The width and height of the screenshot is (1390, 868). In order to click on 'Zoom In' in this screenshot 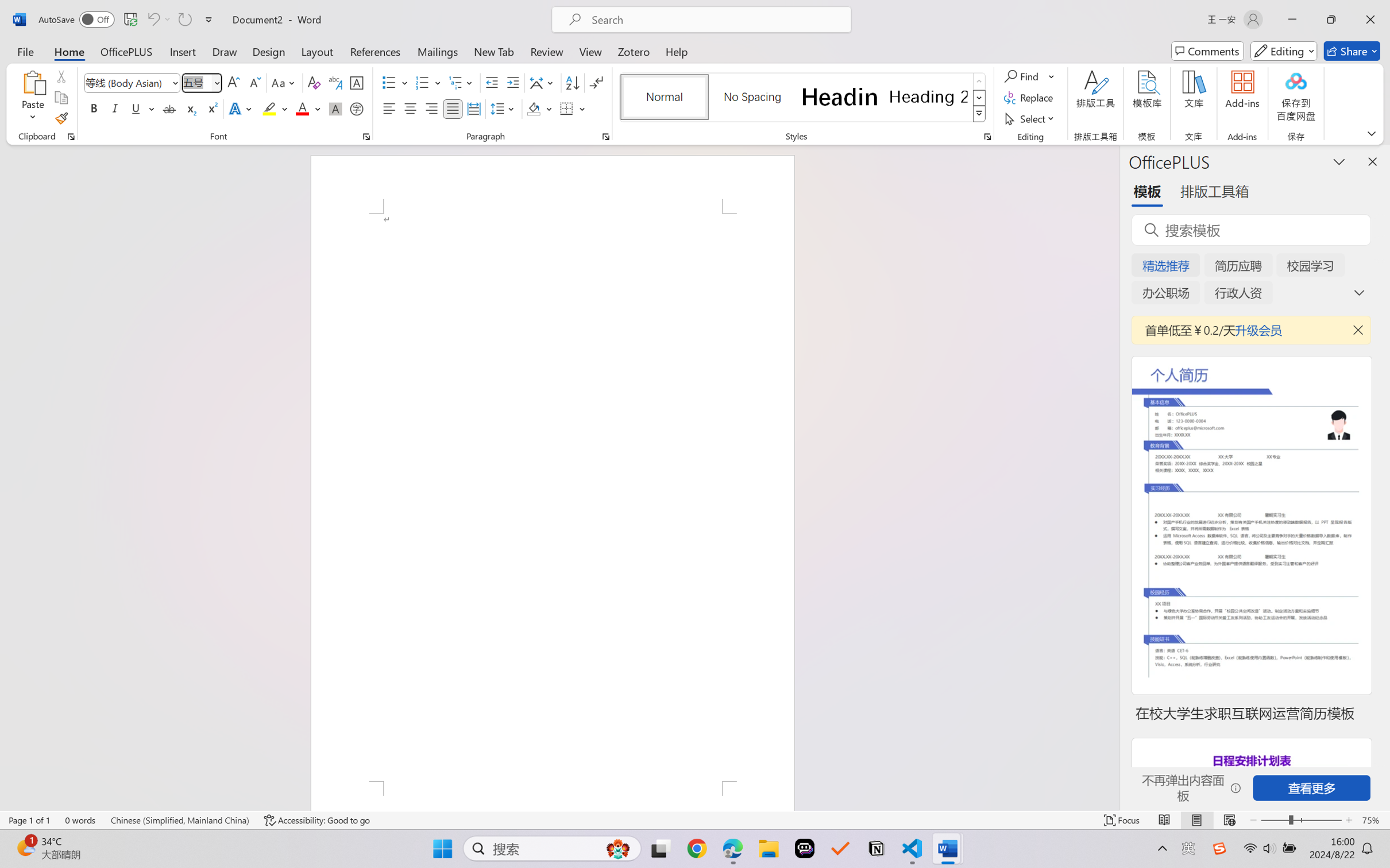, I will do `click(1349, 820)`.